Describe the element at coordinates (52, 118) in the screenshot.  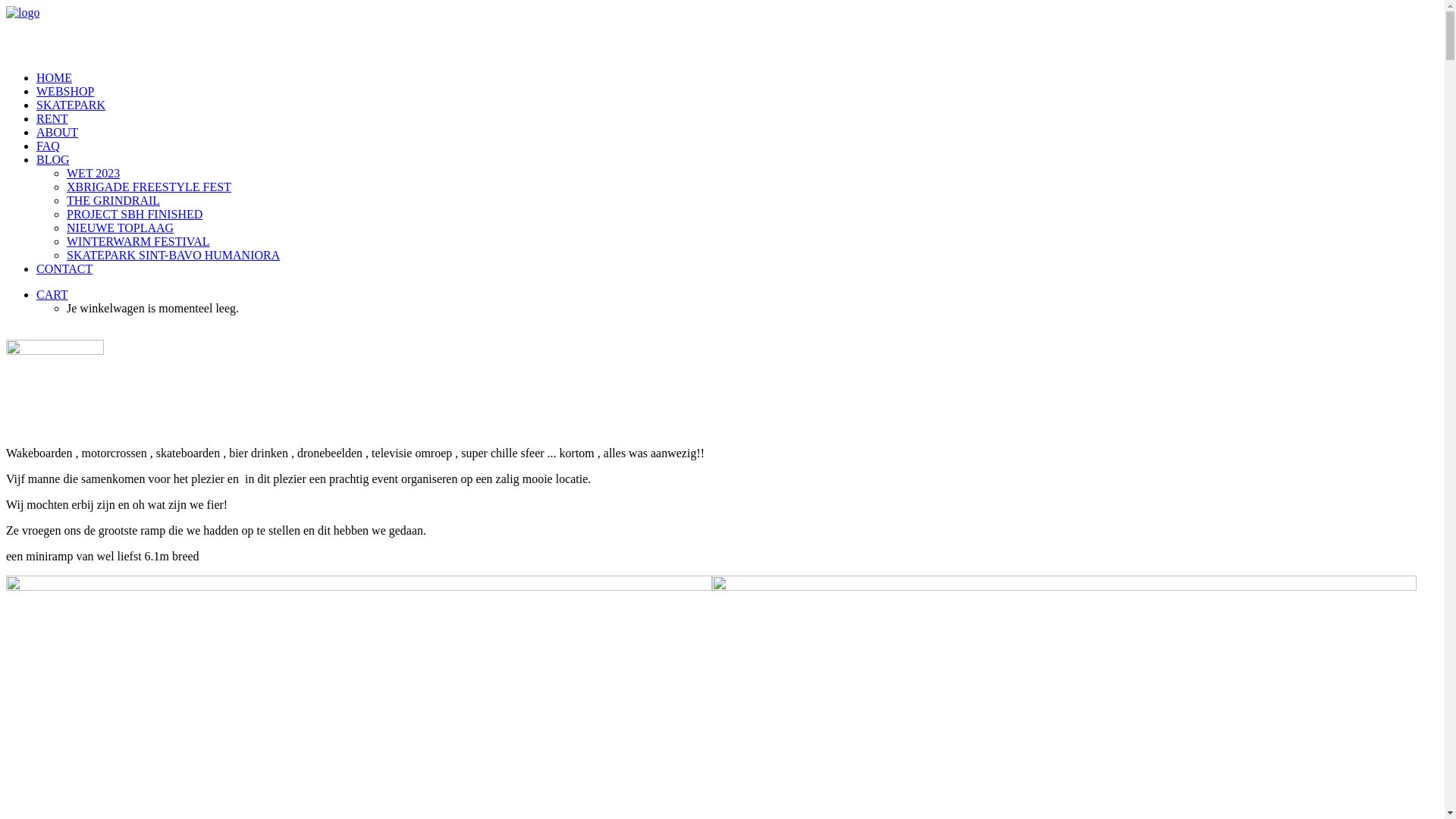
I see `'RENT'` at that location.